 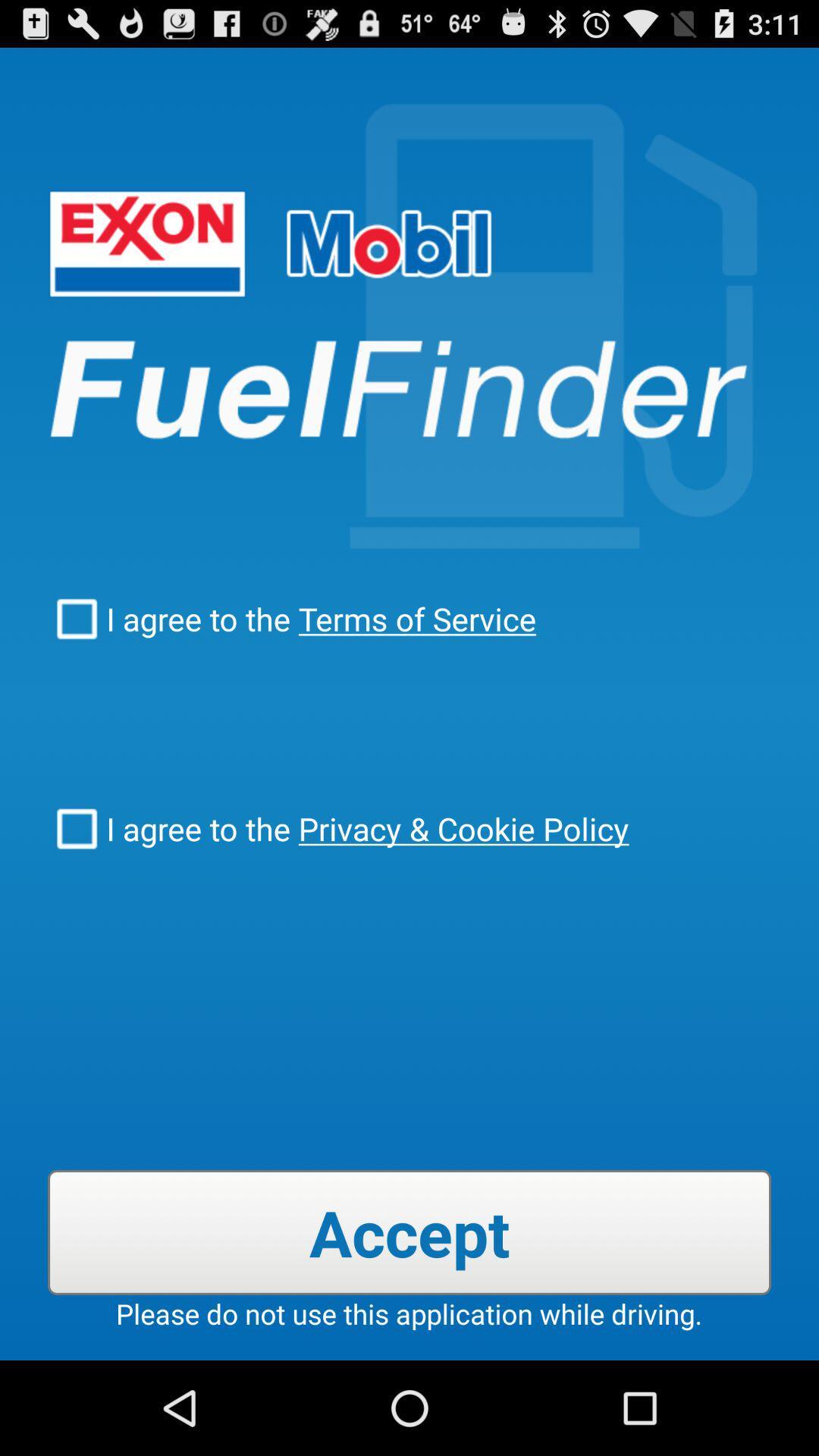 What do you see at coordinates (409, 1232) in the screenshot?
I see `the accept icon` at bounding box center [409, 1232].